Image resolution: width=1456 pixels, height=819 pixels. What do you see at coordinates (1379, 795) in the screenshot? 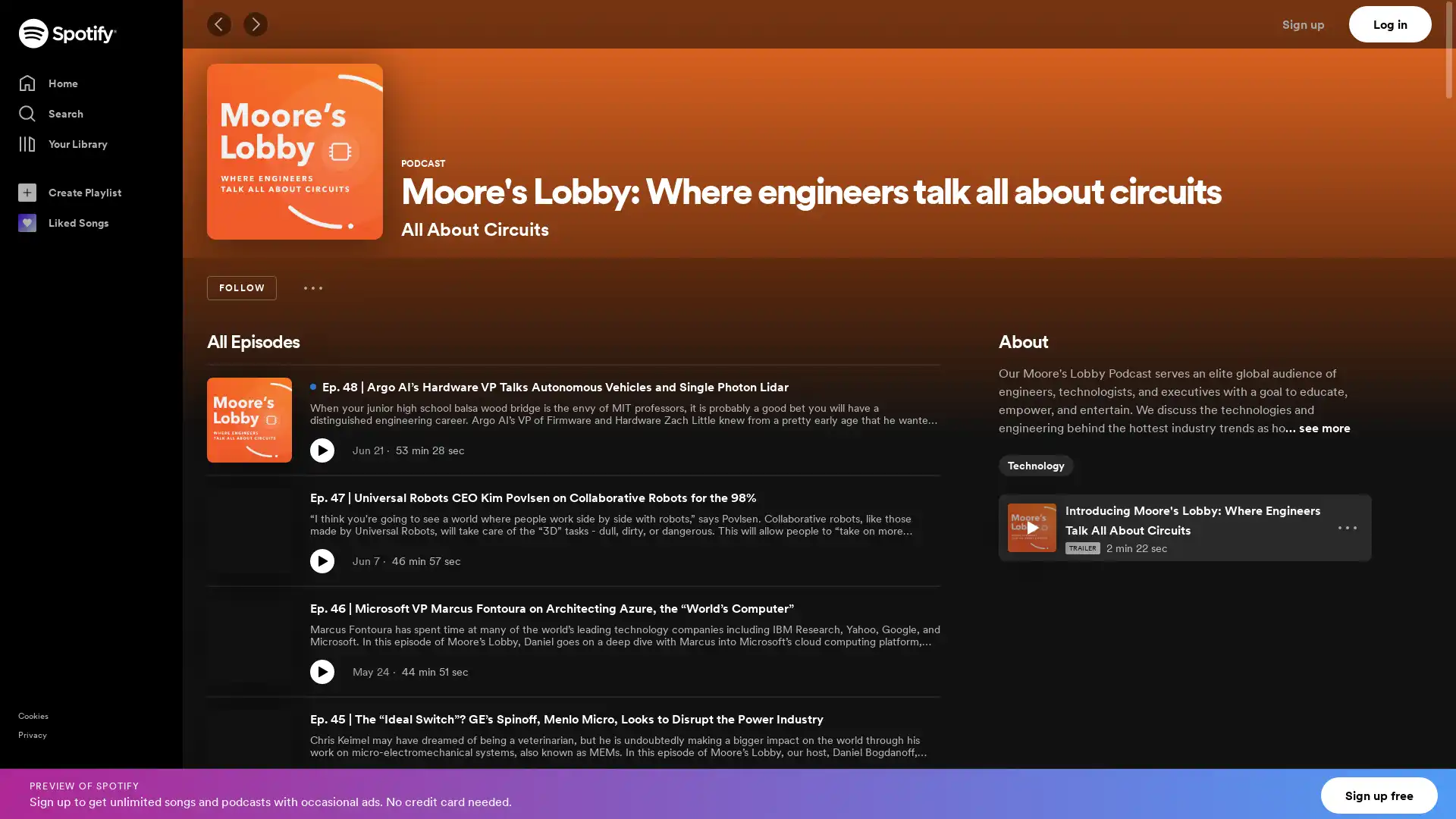
I see `Sign up free` at bounding box center [1379, 795].